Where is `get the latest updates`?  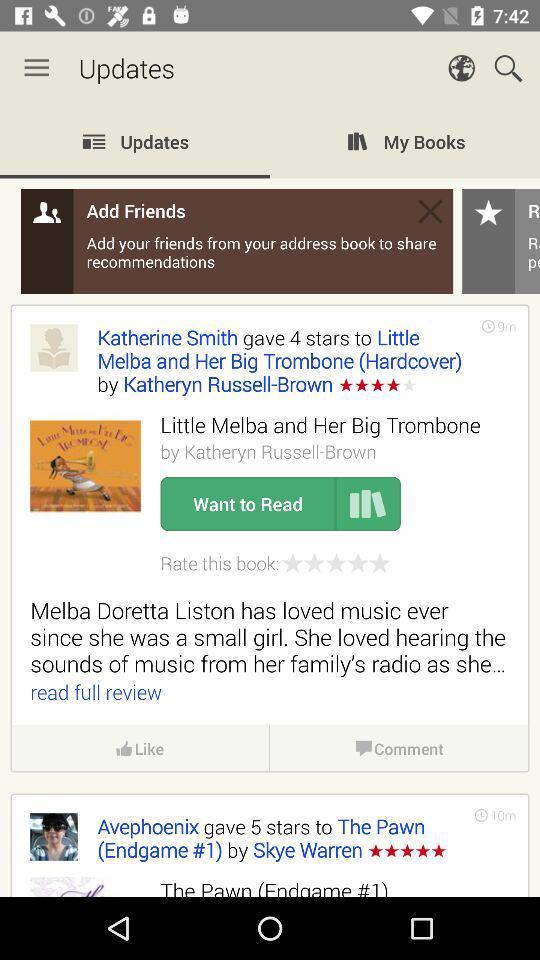
get the latest updates is located at coordinates (270, 500).